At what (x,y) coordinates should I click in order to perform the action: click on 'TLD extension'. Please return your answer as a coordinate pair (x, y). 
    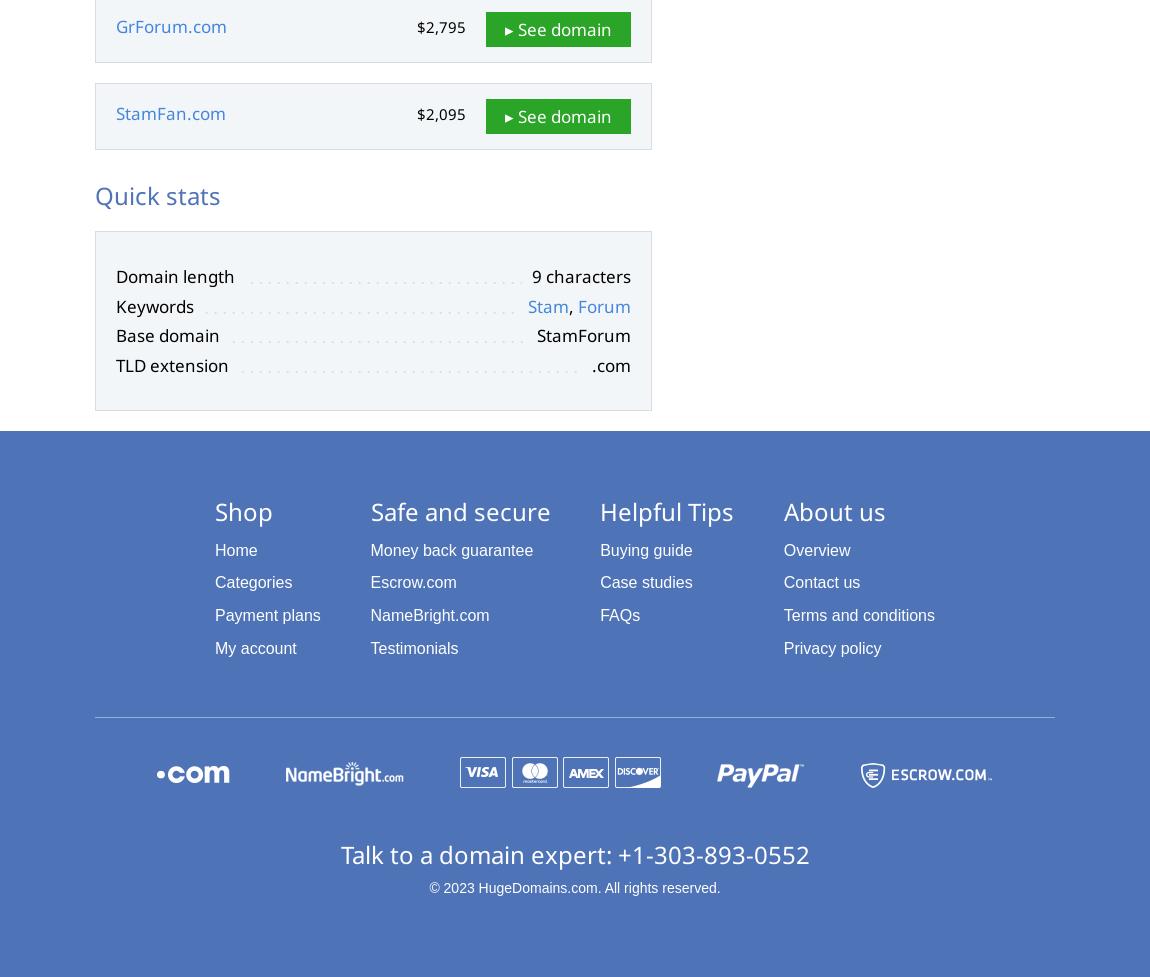
    Looking at the image, I should click on (115, 365).